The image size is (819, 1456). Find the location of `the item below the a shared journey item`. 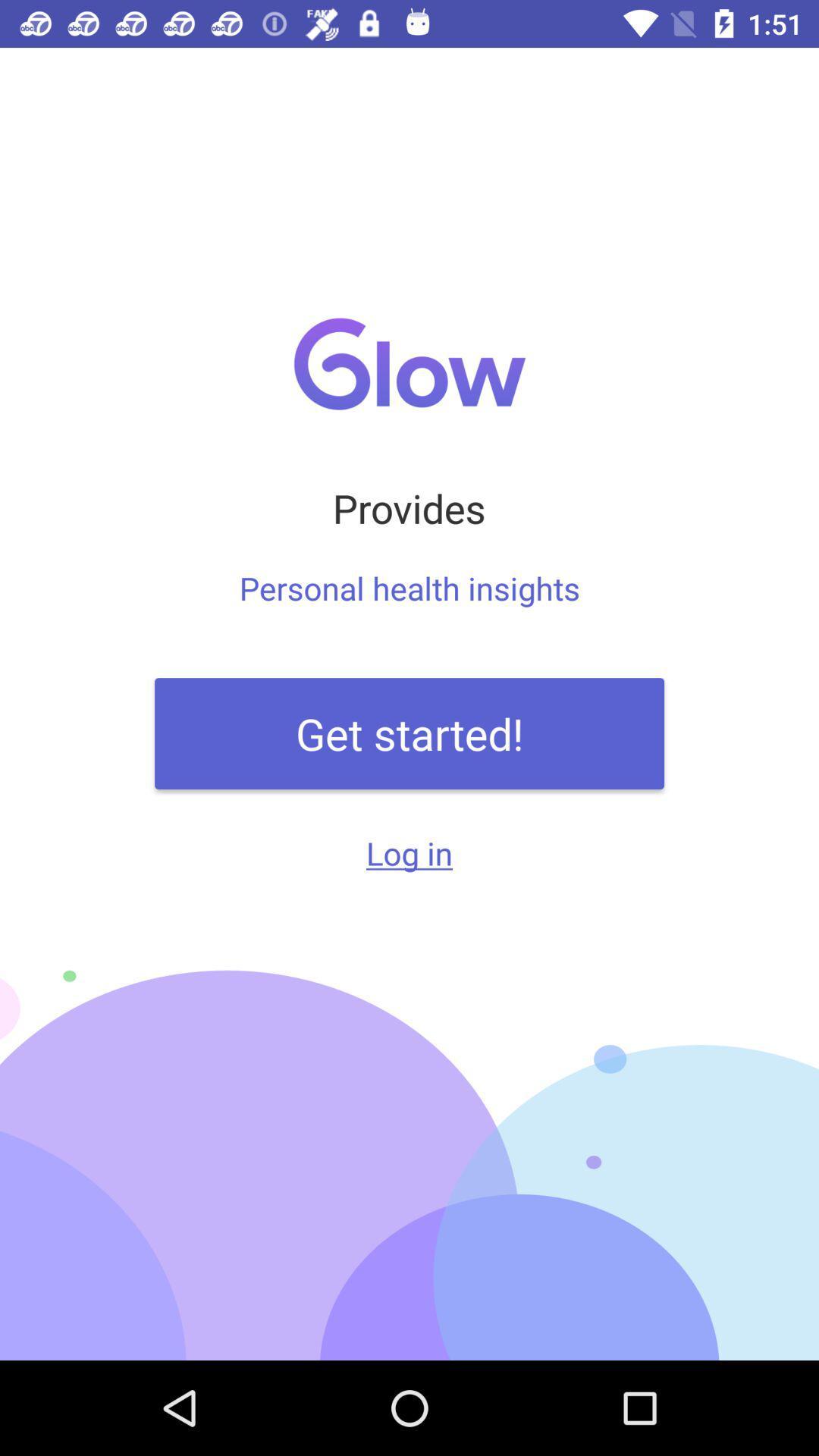

the item below the a shared journey item is located at coordinates (409, 733).